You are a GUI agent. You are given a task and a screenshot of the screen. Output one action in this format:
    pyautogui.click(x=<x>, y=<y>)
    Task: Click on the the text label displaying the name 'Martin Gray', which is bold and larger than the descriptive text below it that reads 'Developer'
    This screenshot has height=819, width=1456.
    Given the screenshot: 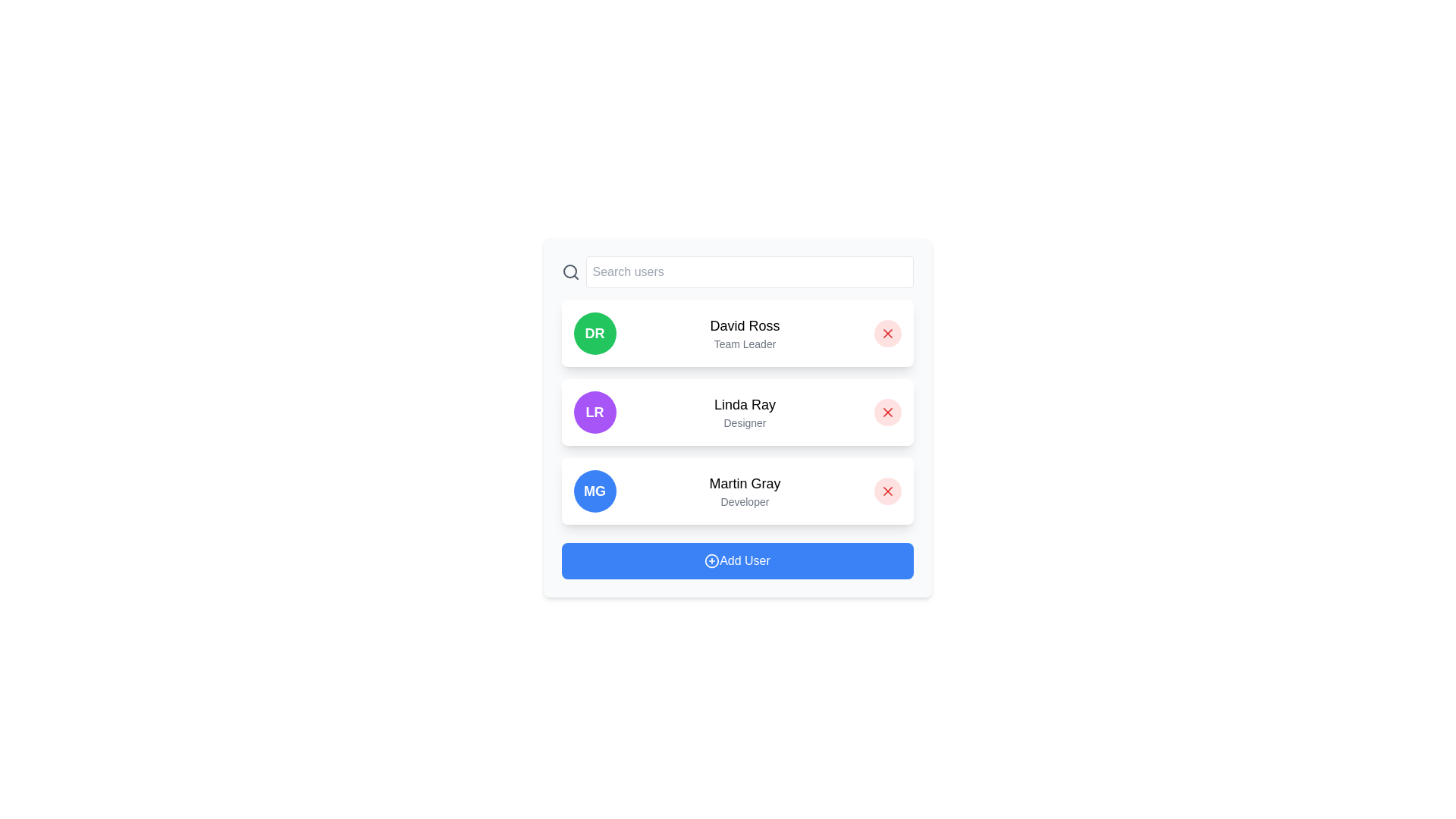 What is the action you would take?
    pyautogui.click(x=745, y=483)
    